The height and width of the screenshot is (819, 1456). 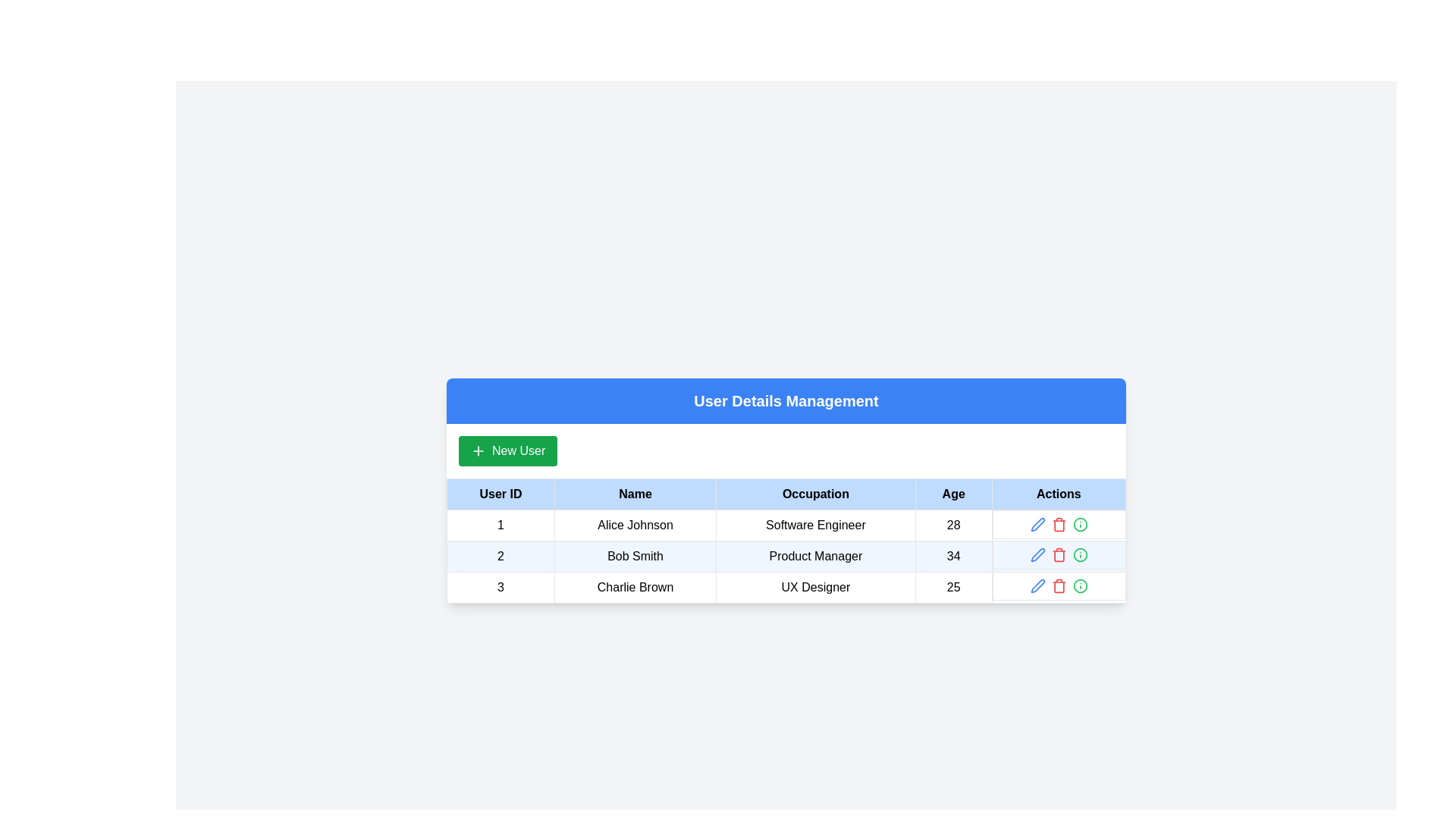 What do you see at coordinates (477, 450) in the screenshot?
I see `the plus icon located to the left of the 'New User' text within the green button in the upper-left corner of the user management interface` at bounding box center [477, 450].